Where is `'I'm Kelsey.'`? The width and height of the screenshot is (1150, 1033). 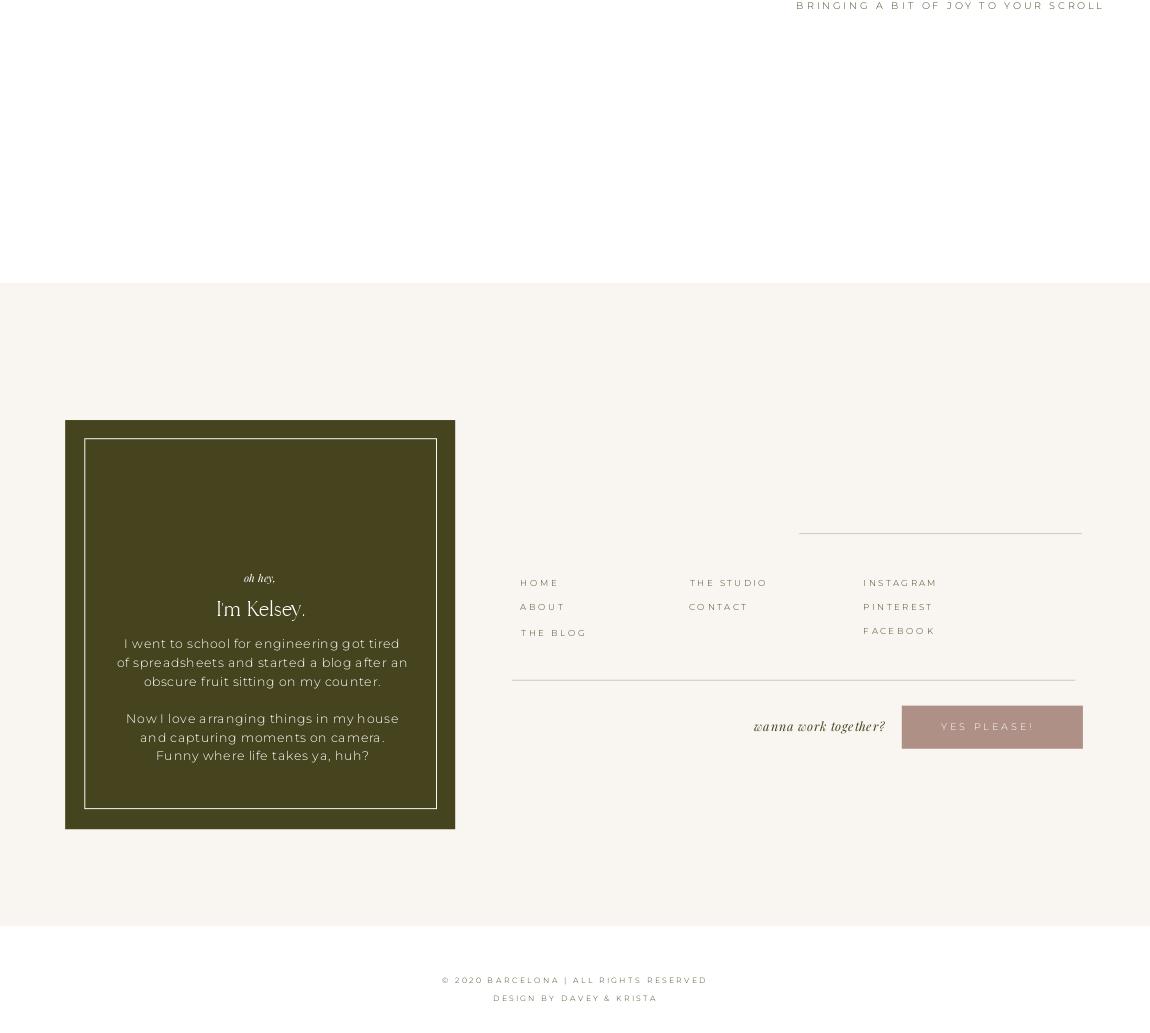 'I'm Kelsey.' is located at coordinates (258, 607).